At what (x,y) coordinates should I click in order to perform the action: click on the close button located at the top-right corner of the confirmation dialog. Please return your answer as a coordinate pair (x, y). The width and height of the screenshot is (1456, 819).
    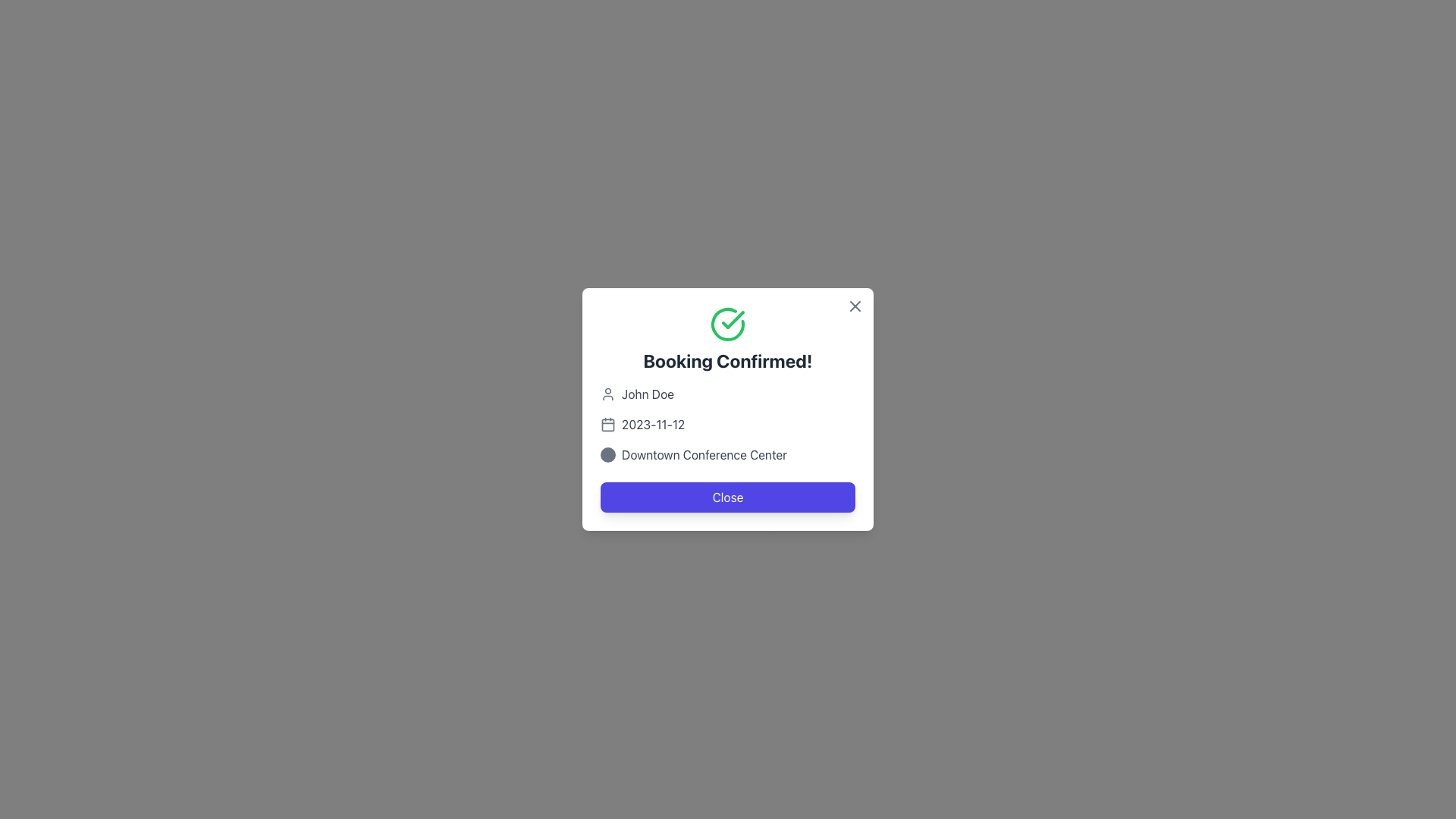
    Looking at the image, I should click on (855, 306).